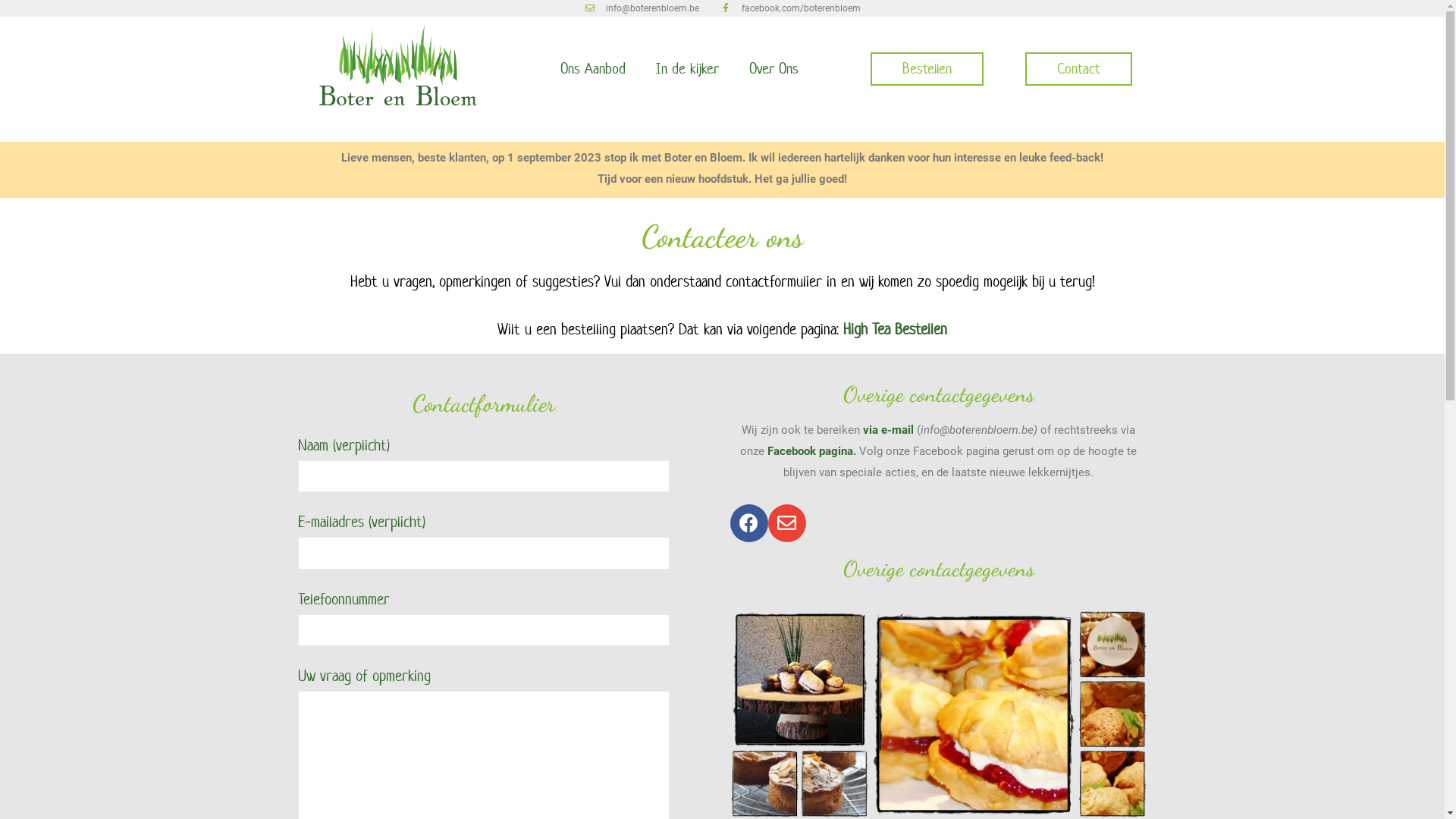 The height and width of the screenshot is (819, 1456). What do you see at coordinates (926, 69) in the screenshot?
I see `'Bestellen'` at bounding box center [926, 69].